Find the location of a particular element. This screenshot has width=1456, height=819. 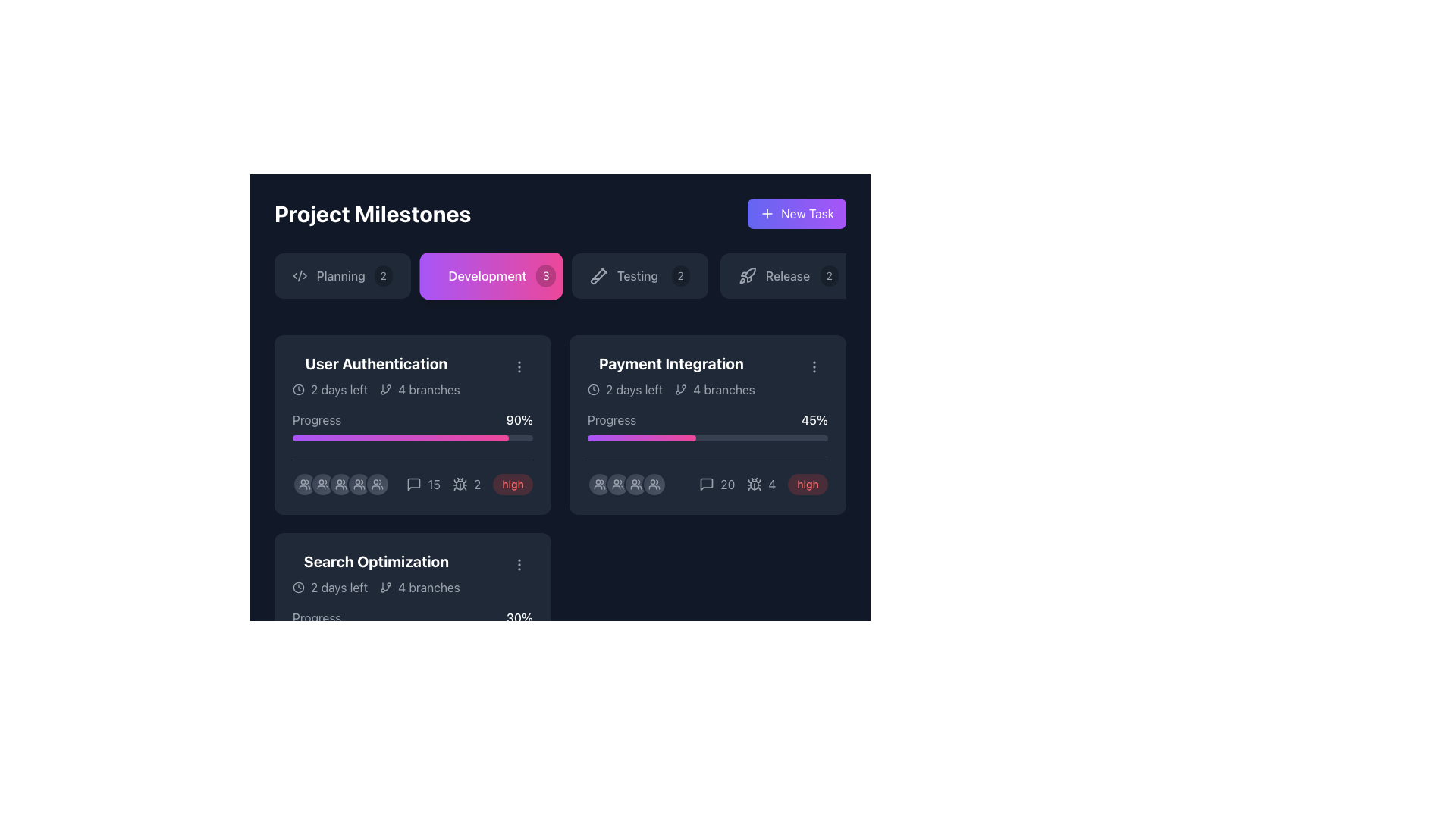

the SVG icon representing code, located on the left side of the 'Planning' button in the horizontal navigation bar at the top of the interface is located at coordinates (300, 275).